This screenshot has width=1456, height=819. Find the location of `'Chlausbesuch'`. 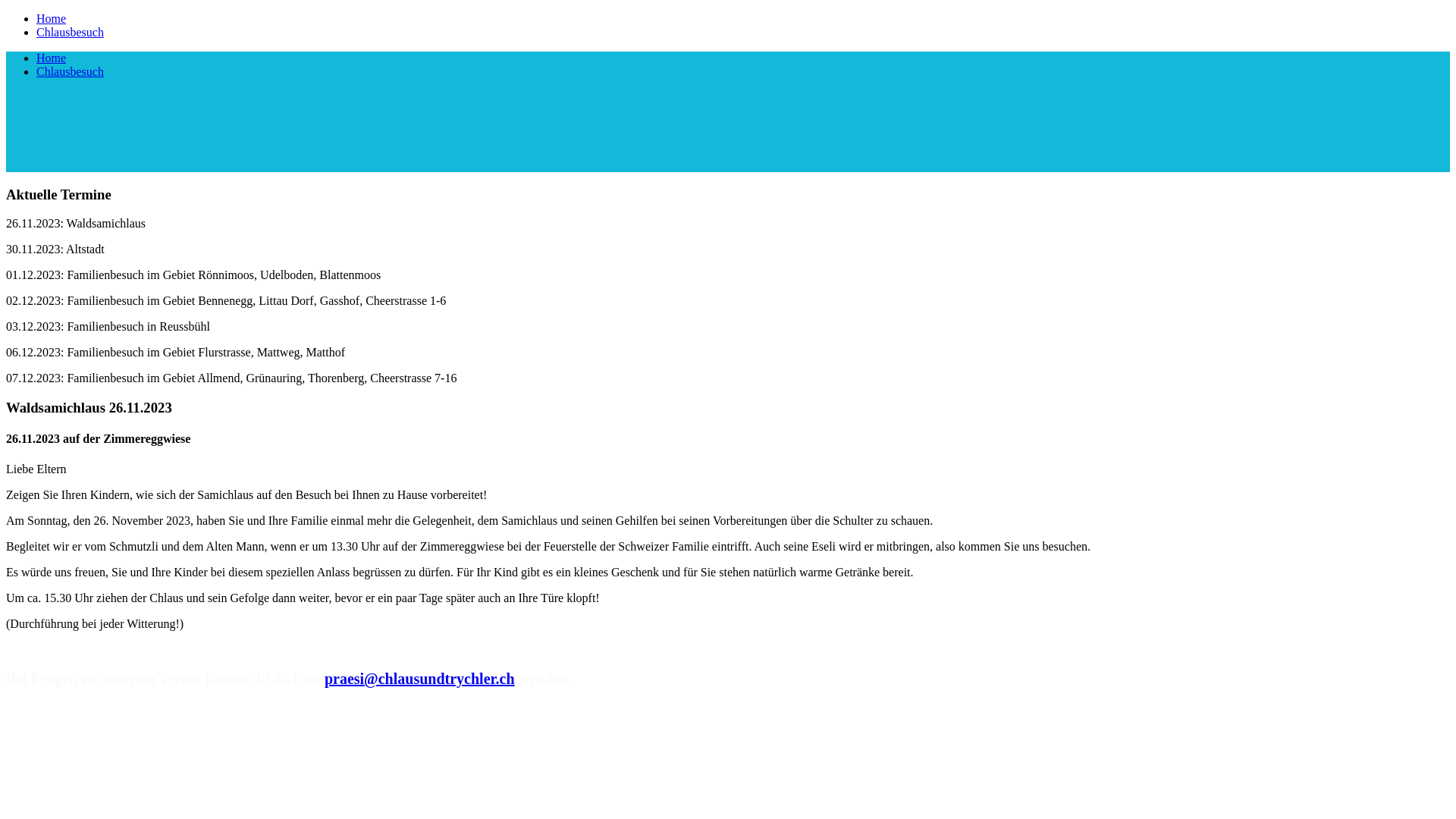

'Chlausbesuch' is located at coordinates (69, 71).